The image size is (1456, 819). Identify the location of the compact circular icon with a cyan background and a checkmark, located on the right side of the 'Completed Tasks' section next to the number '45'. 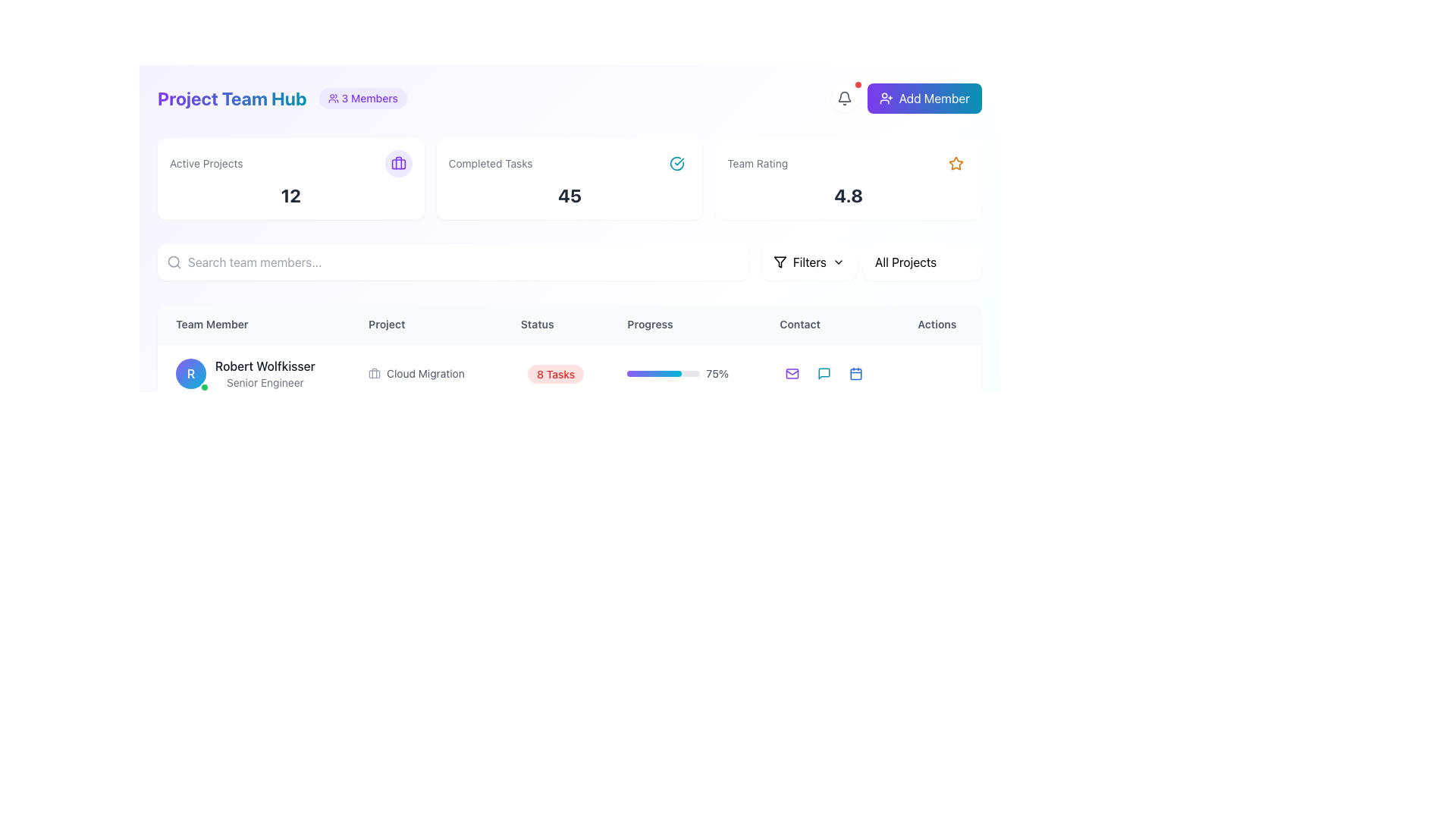
(676, 164).